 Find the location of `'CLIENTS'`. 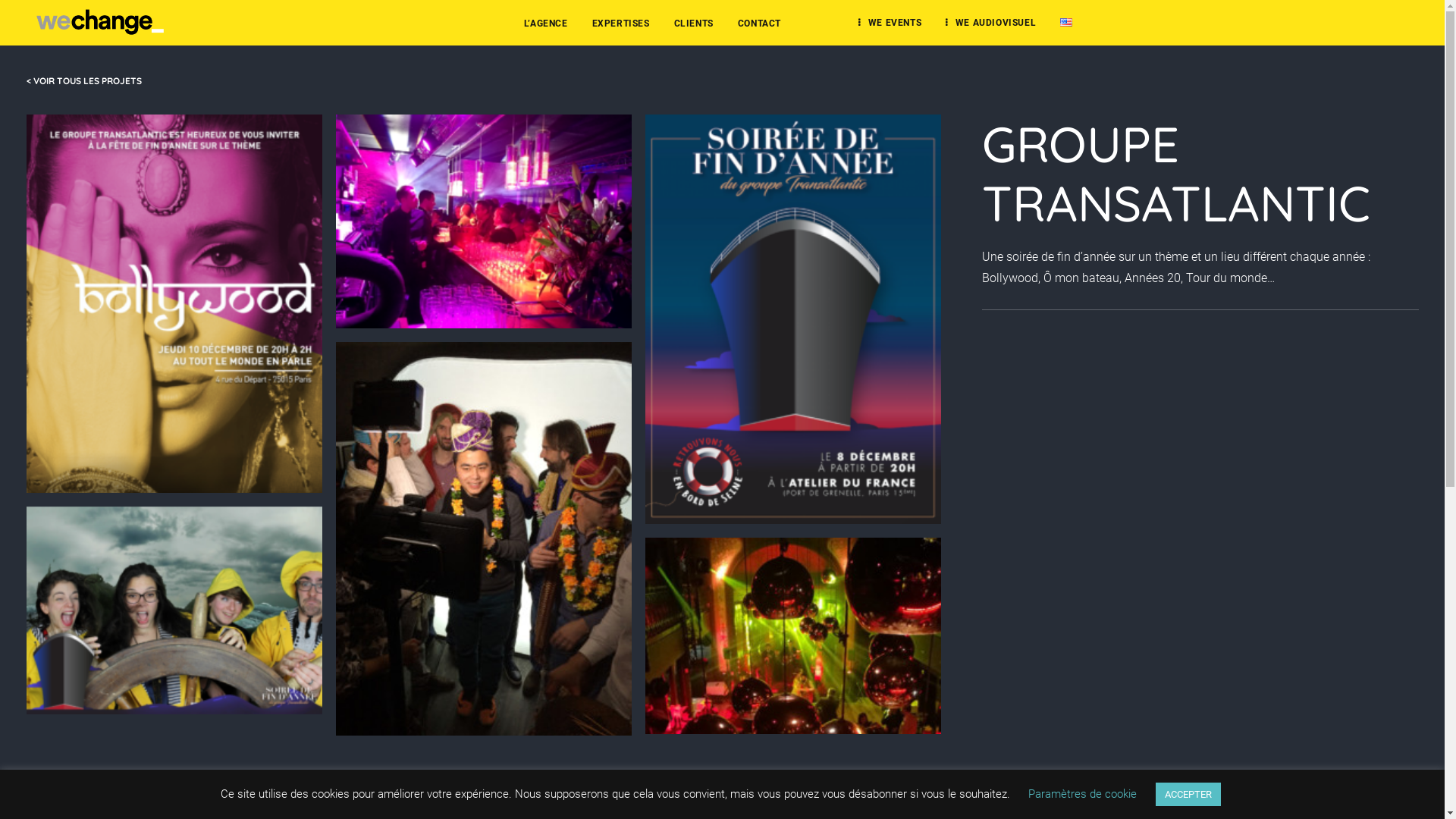

'CLIENTS' is located at coordinates (693, 23).